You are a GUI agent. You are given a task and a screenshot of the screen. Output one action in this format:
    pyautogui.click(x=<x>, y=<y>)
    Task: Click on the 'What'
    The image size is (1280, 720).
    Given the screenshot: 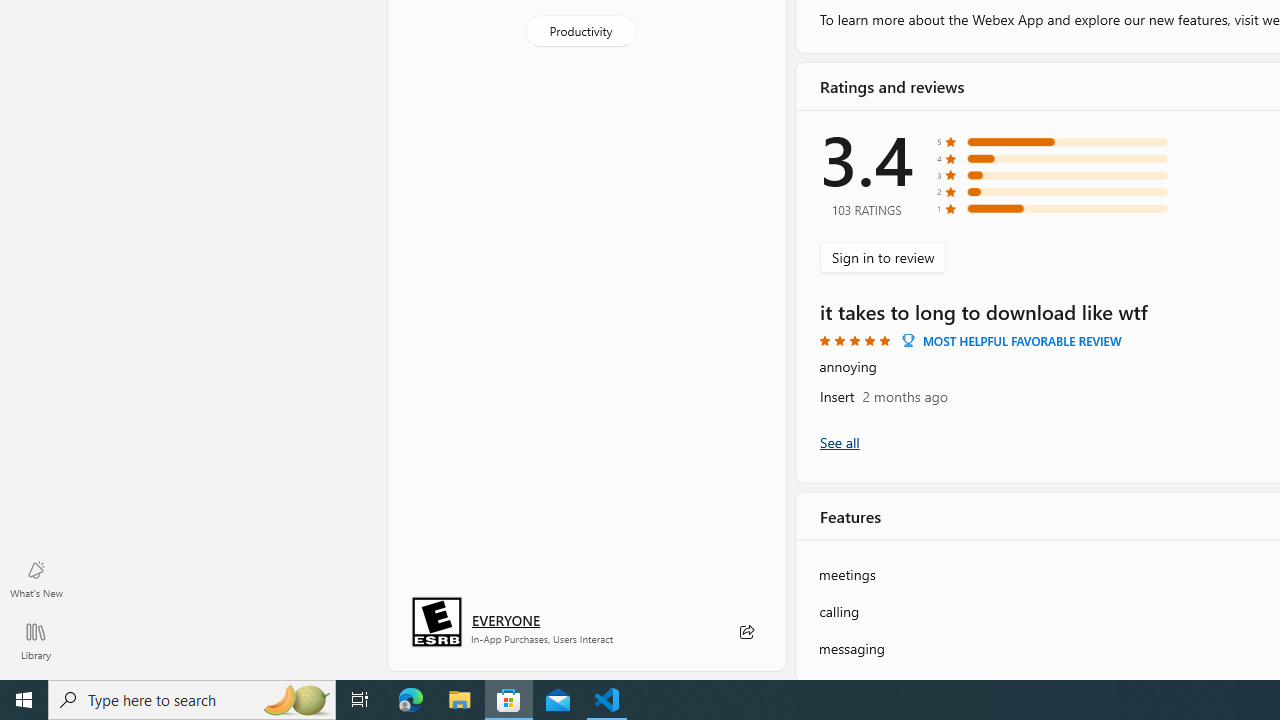 What is the action you would take?
    pyautogui.click(x=35, y=578)
    